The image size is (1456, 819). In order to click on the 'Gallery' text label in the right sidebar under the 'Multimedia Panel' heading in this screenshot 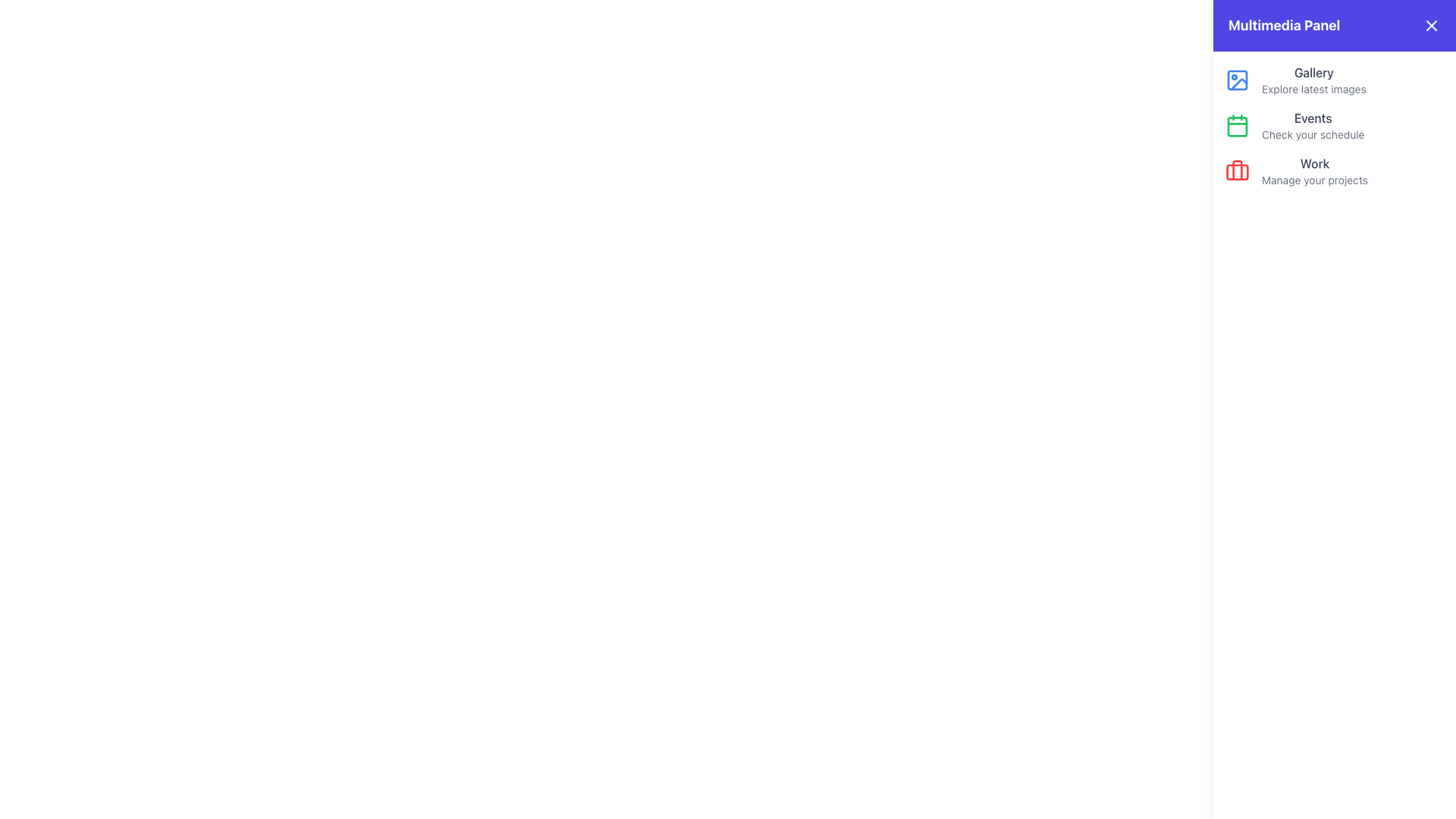, I will do `click(1313, 73)`.